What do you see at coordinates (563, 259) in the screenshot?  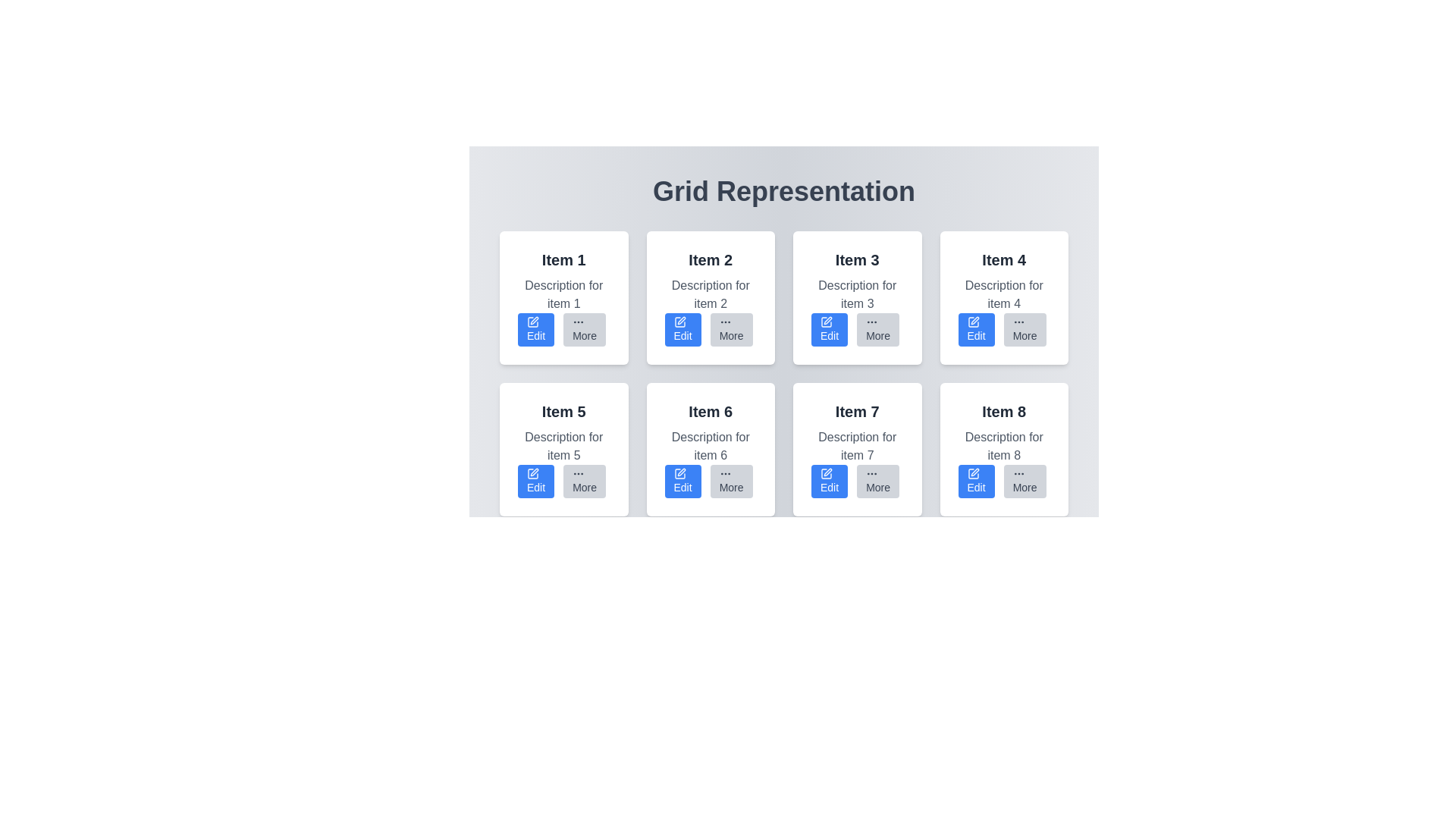 I see `the 'Item 1' text label, which is displayed in a bold black font in the top-left corner of the first card of a grid` at bounding box center [563, 259].